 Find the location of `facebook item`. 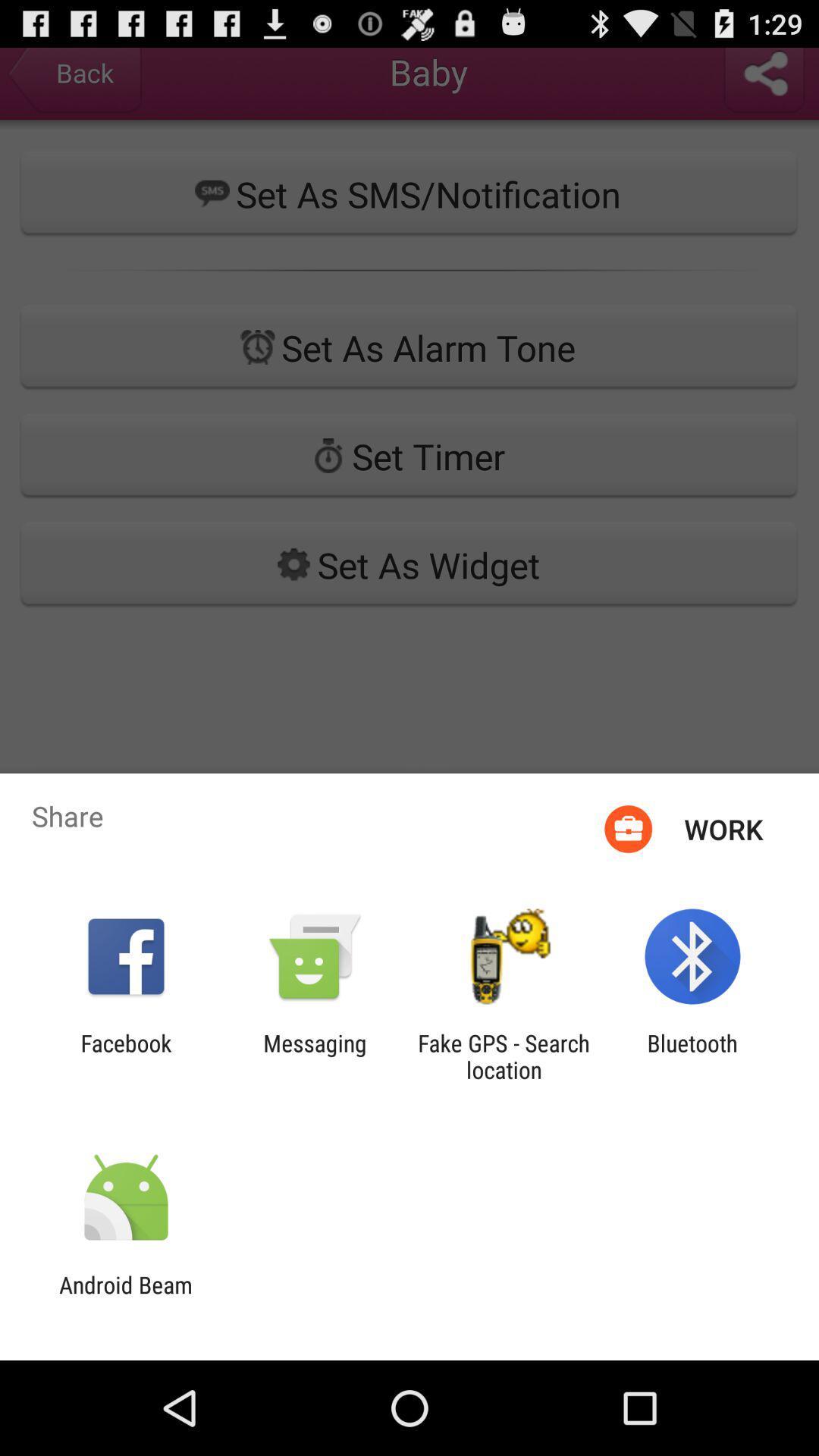

facebook item is located at coordinates (125, 1056).